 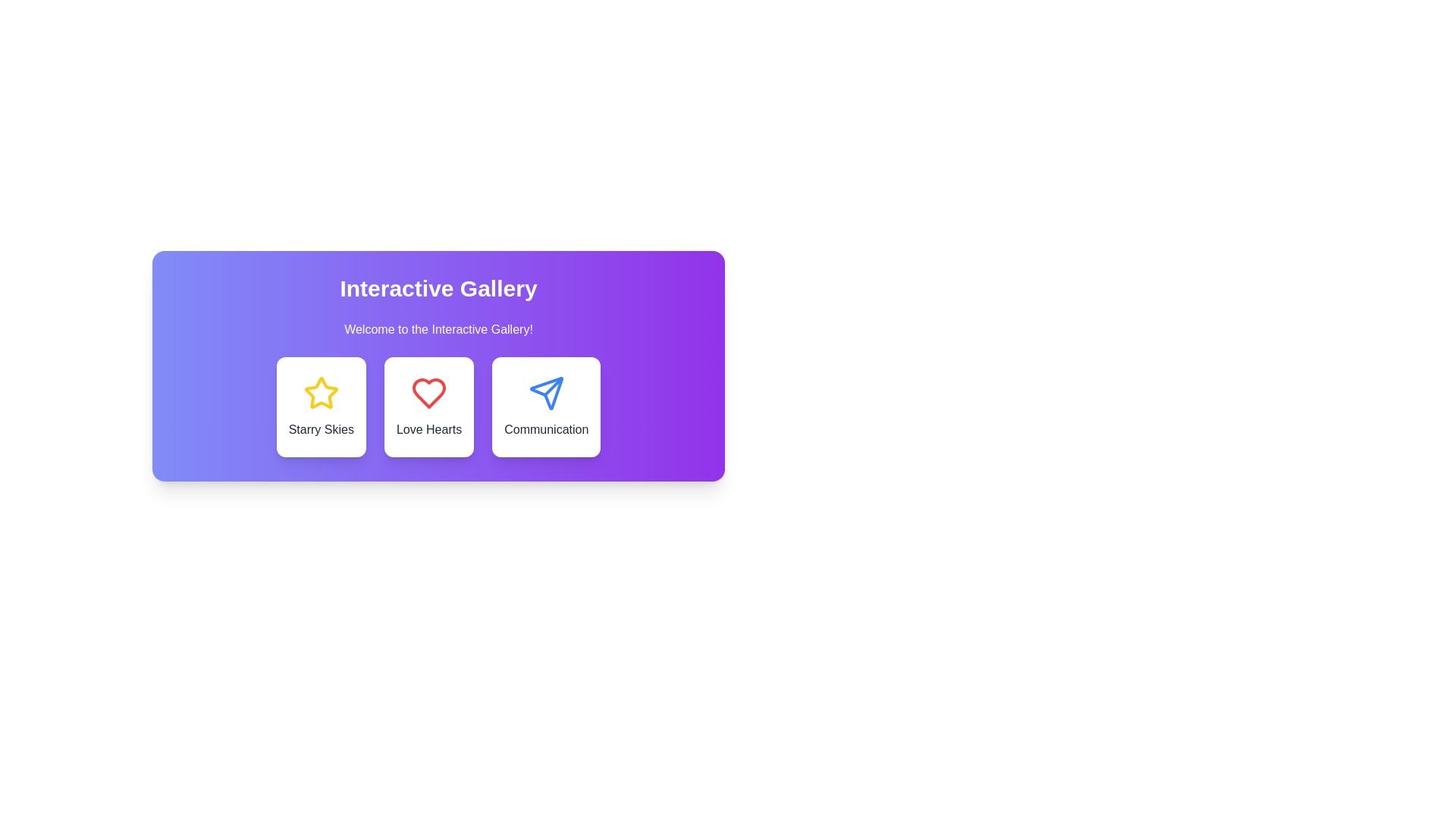 I want to click on the leftmost star icon associated with the title 'Starry Skies' in the first card of the 'Interactive Gallery' section, so click(x=320, y=392).